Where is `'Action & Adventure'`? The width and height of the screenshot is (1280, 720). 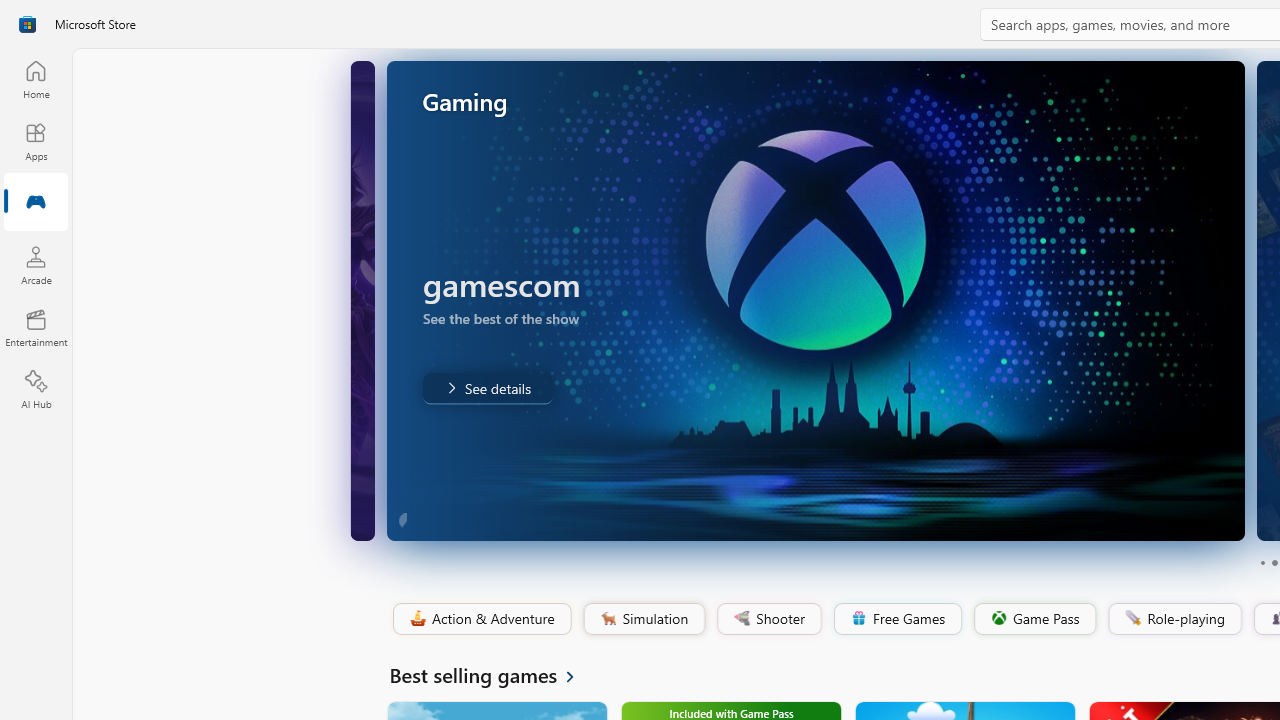 'Action & Adventure' is located at coordinates (480, 618).